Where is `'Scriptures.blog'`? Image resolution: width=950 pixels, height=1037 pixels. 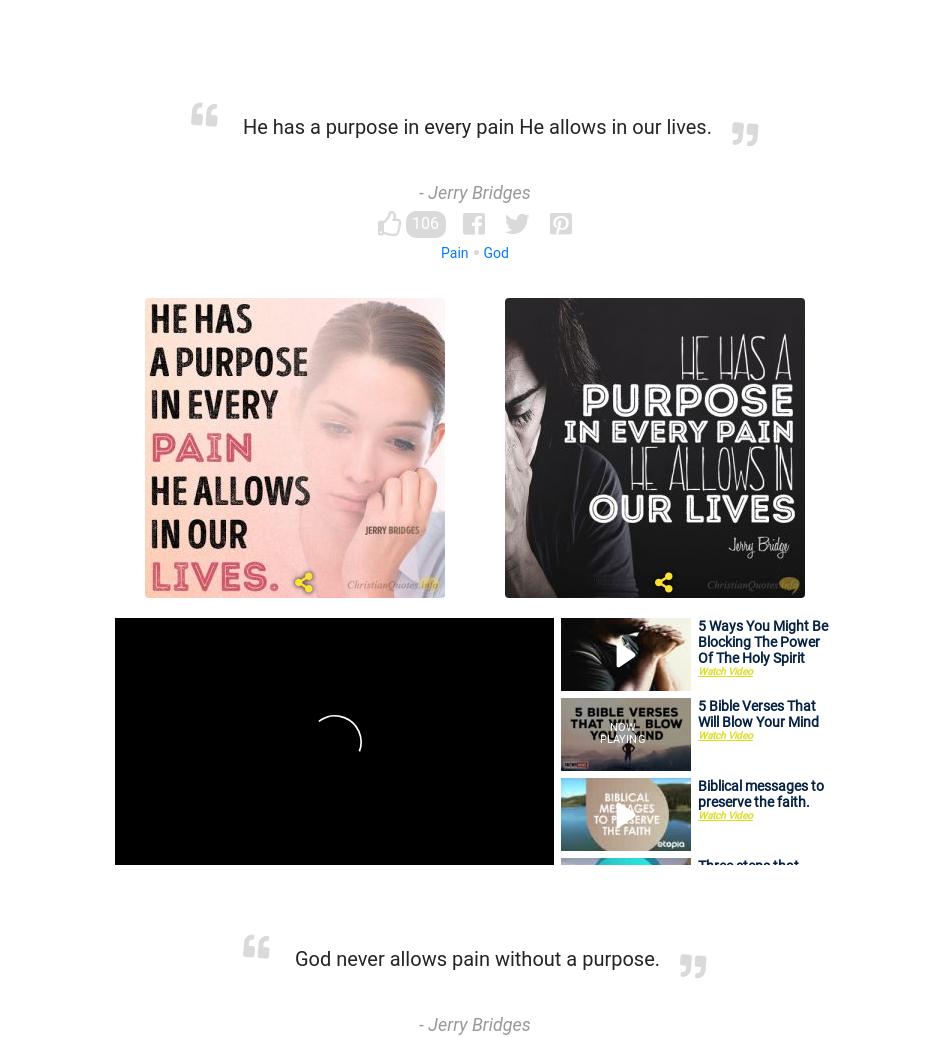
'Scriptures.blog' is located at coordinates (413, 864).